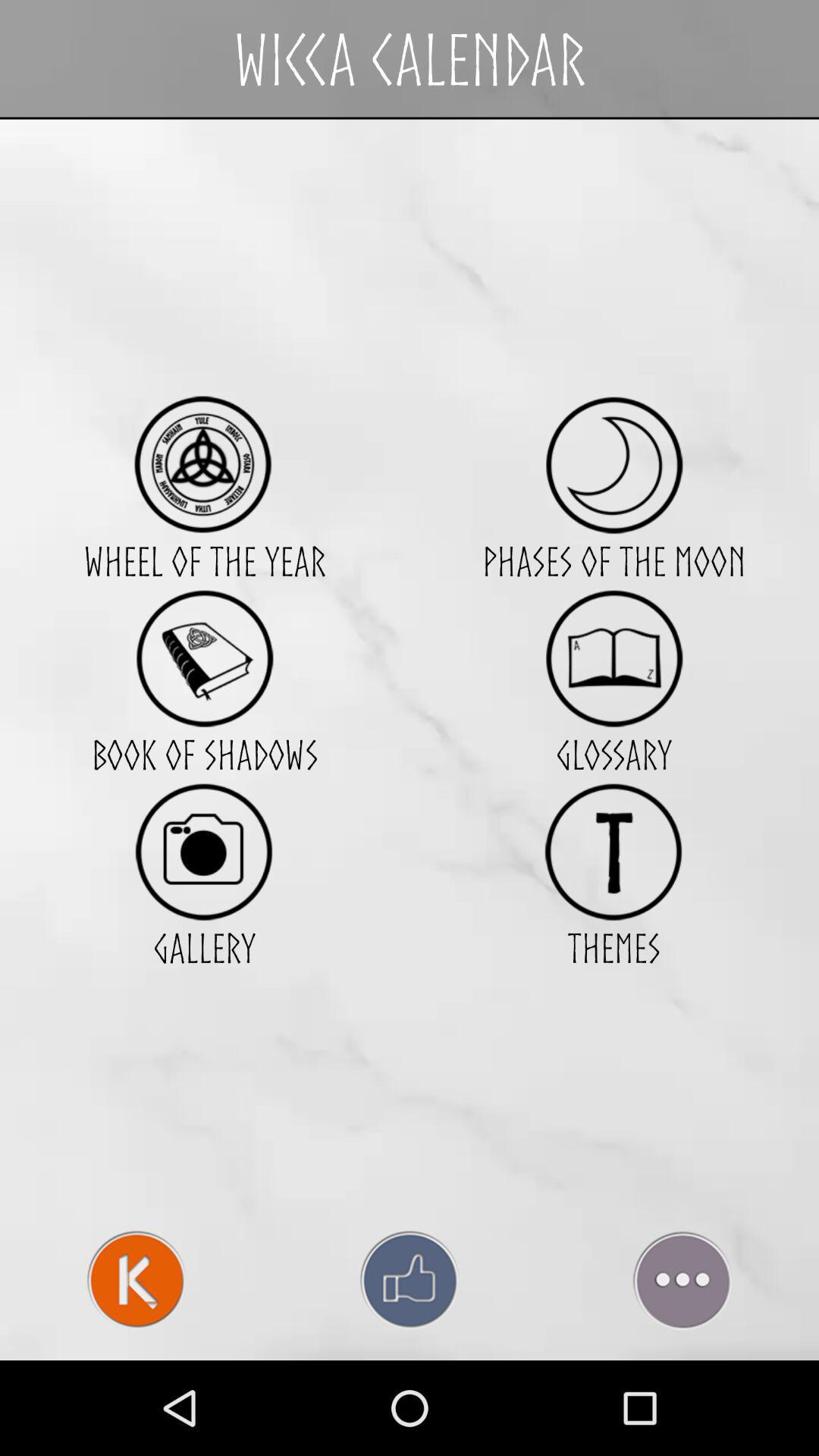  I want to click on the icon to the right of wheel of the icon, so click(613, 658).